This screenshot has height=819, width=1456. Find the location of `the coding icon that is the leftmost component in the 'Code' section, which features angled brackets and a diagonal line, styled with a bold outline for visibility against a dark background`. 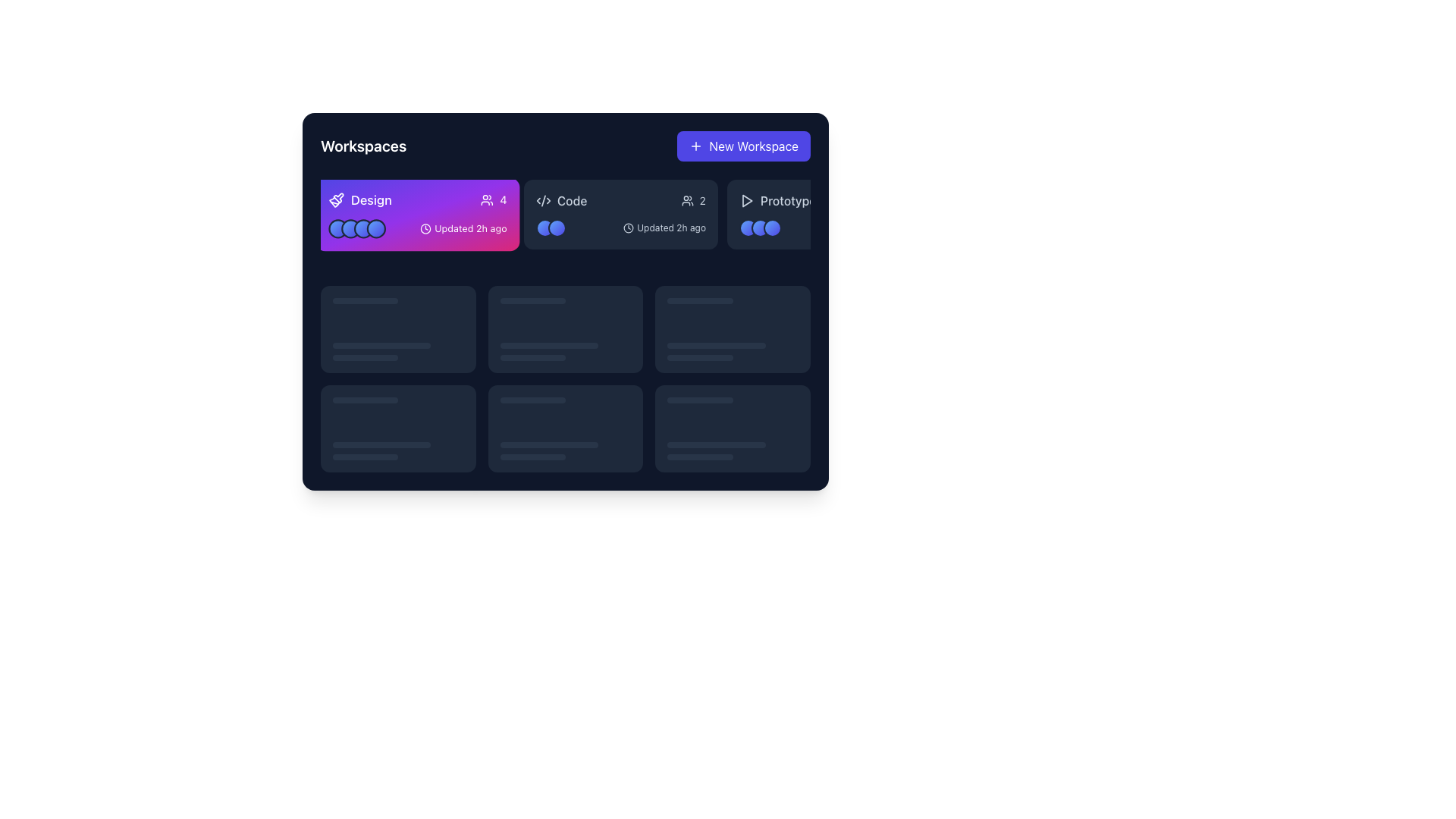

the coding icon that is the leftmost component in the 'Code' section, which features angled brackets and a diagonal line, styled with a bold outline for visibility against a dark background is located at coordinates (543, 200).